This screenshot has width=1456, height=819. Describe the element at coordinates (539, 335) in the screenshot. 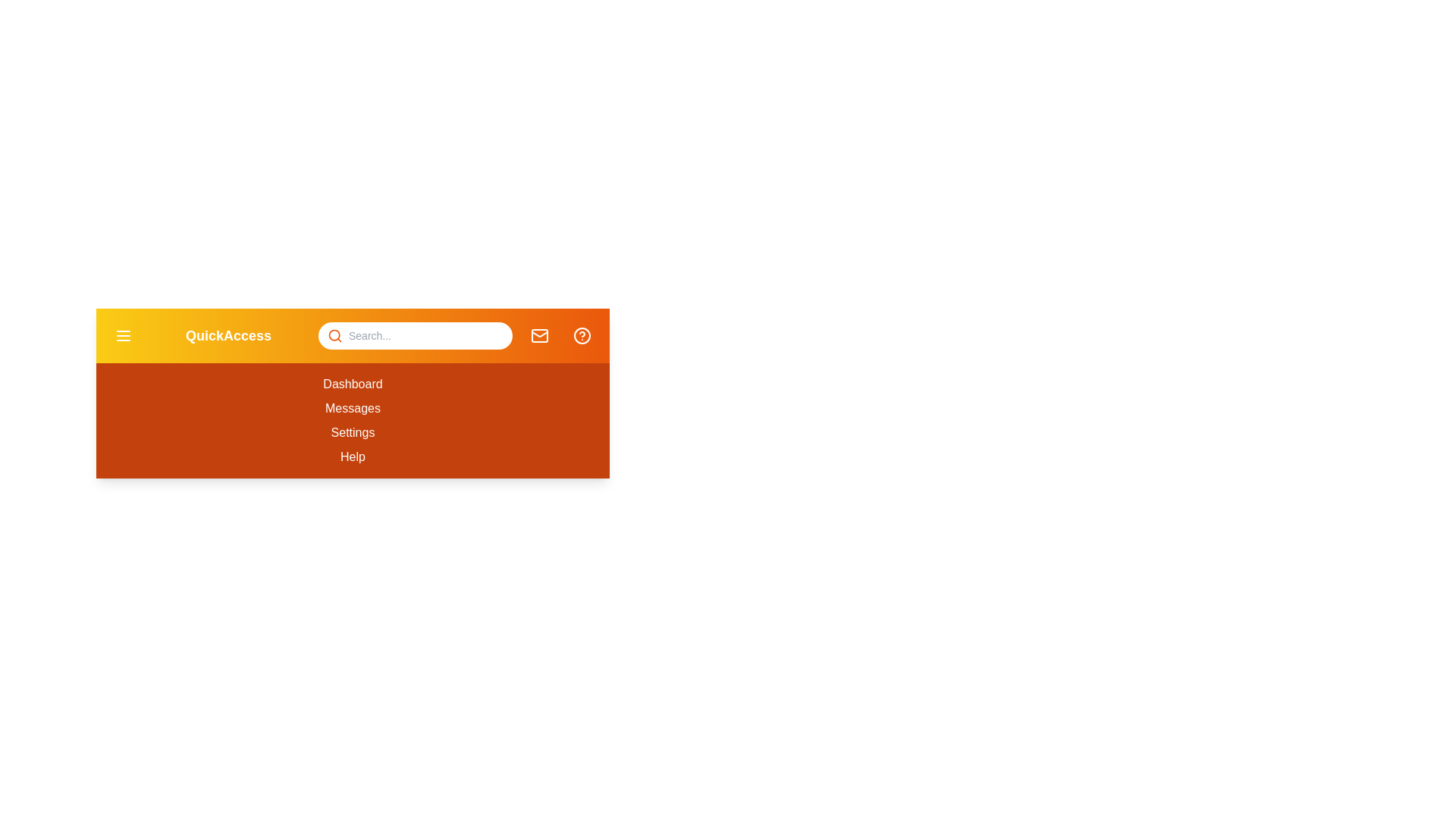

I see `the orange button with a mail envelope icon located on the right side of the top navigation area` at that location.